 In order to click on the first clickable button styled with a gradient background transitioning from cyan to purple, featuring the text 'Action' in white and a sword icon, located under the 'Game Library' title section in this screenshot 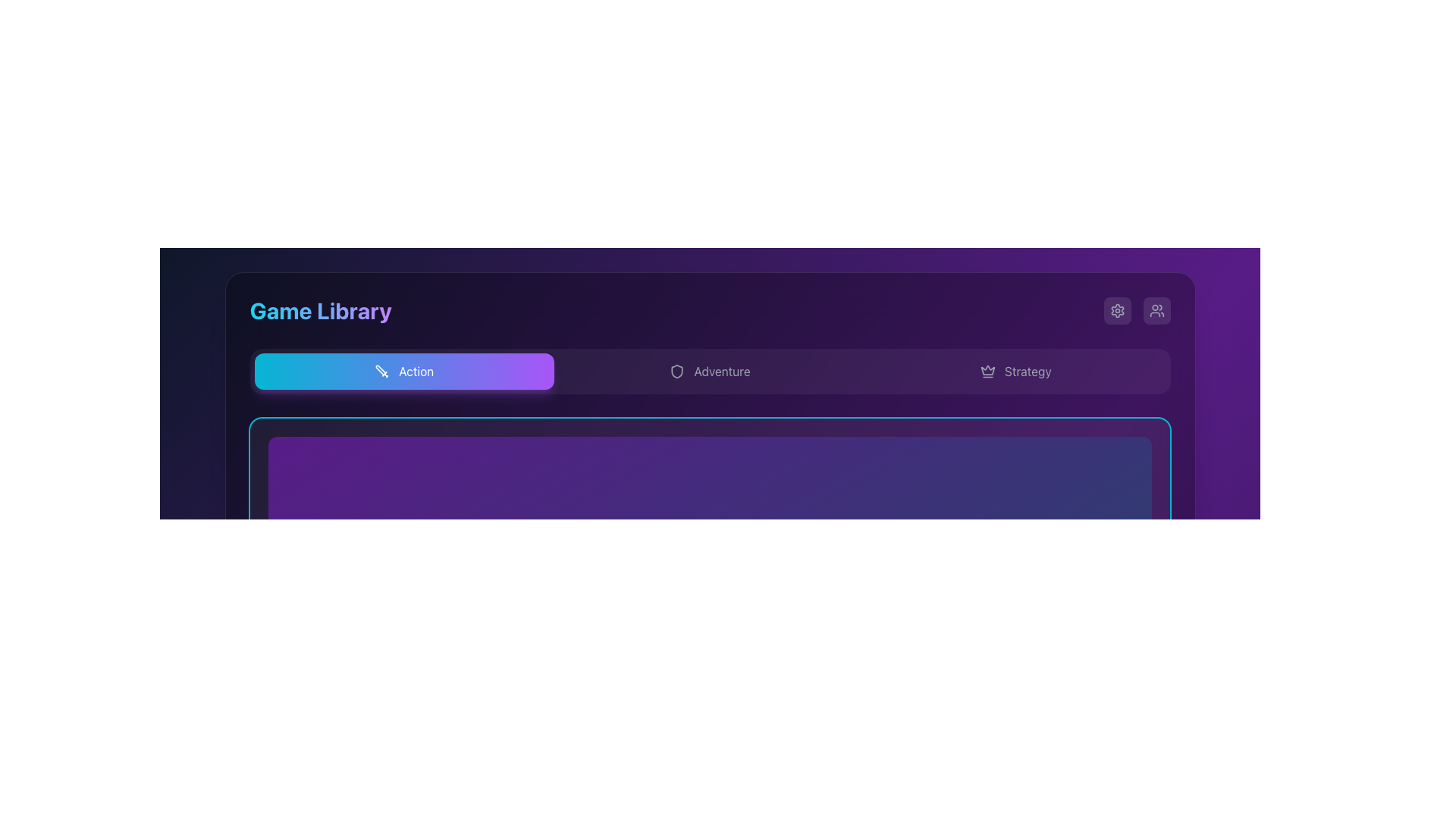, I will do `click(404, 371)`.